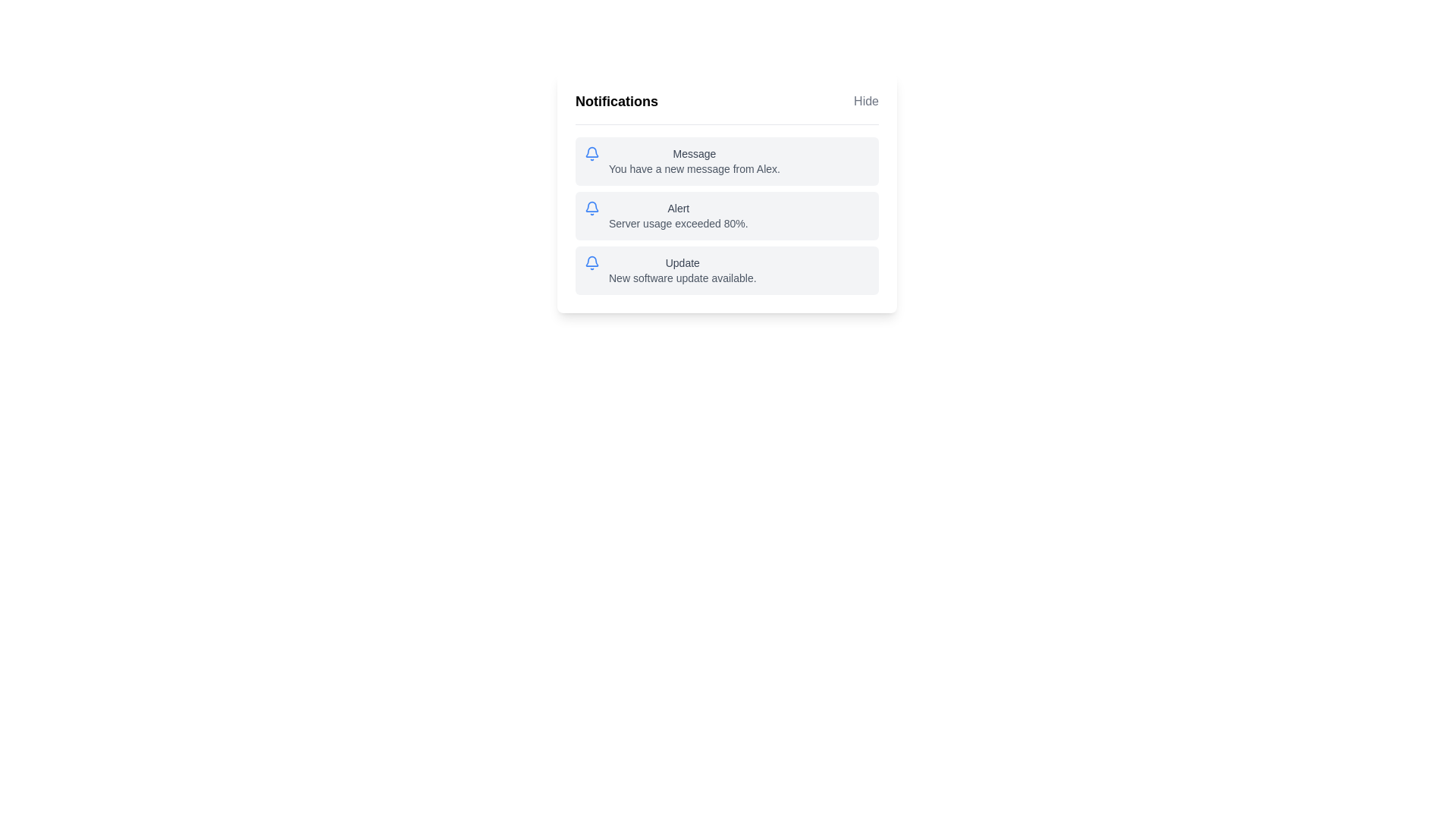 This screenshot has height=819, width=1456. I want to click on the Notification item that features a light gray background with rounded corners, a blue bell icon on the left, a bold headline 'Update', and a smaller description 'New software update available.', so click(726, 270).